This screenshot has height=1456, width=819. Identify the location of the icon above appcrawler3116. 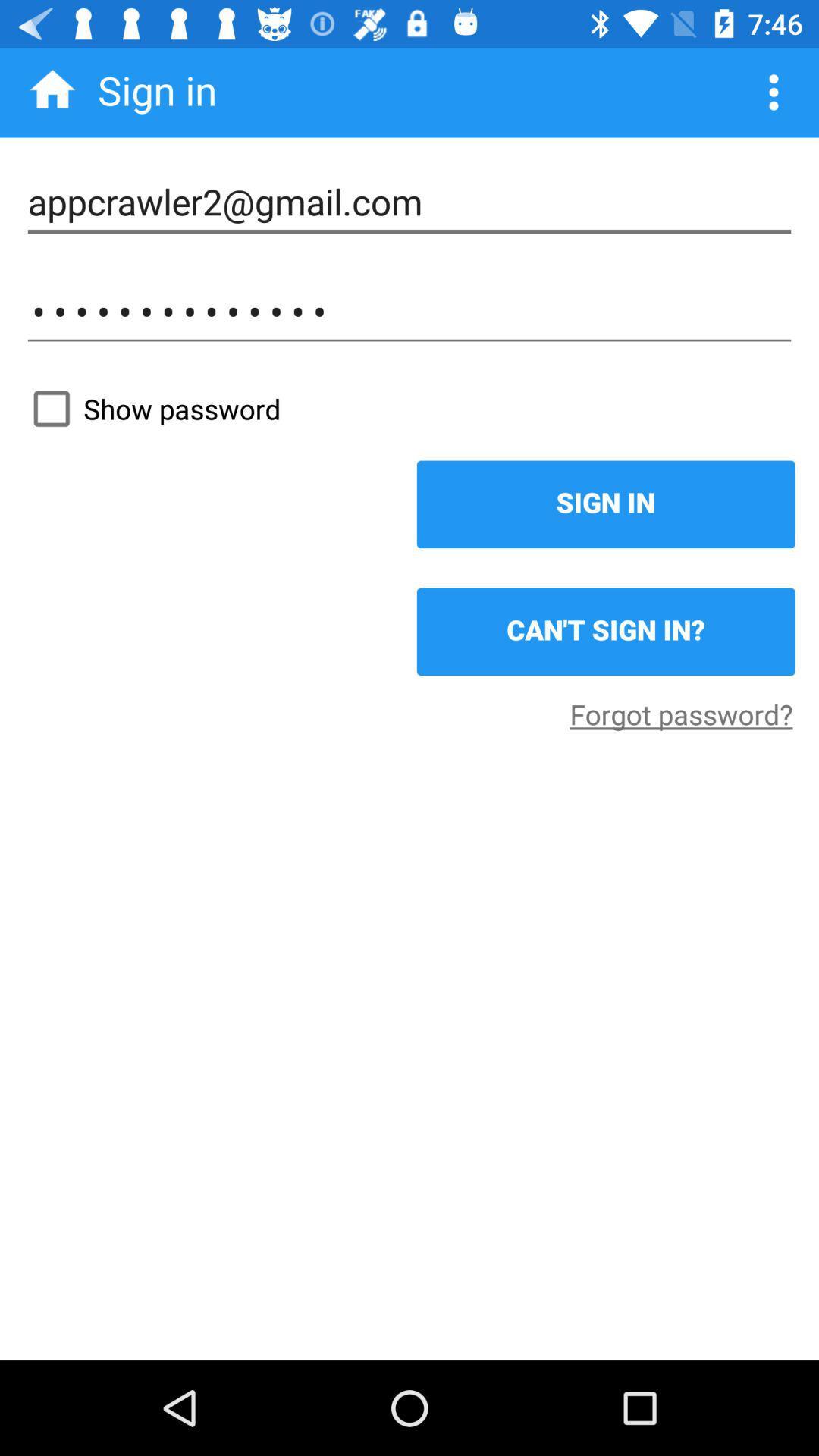
(409, 202).